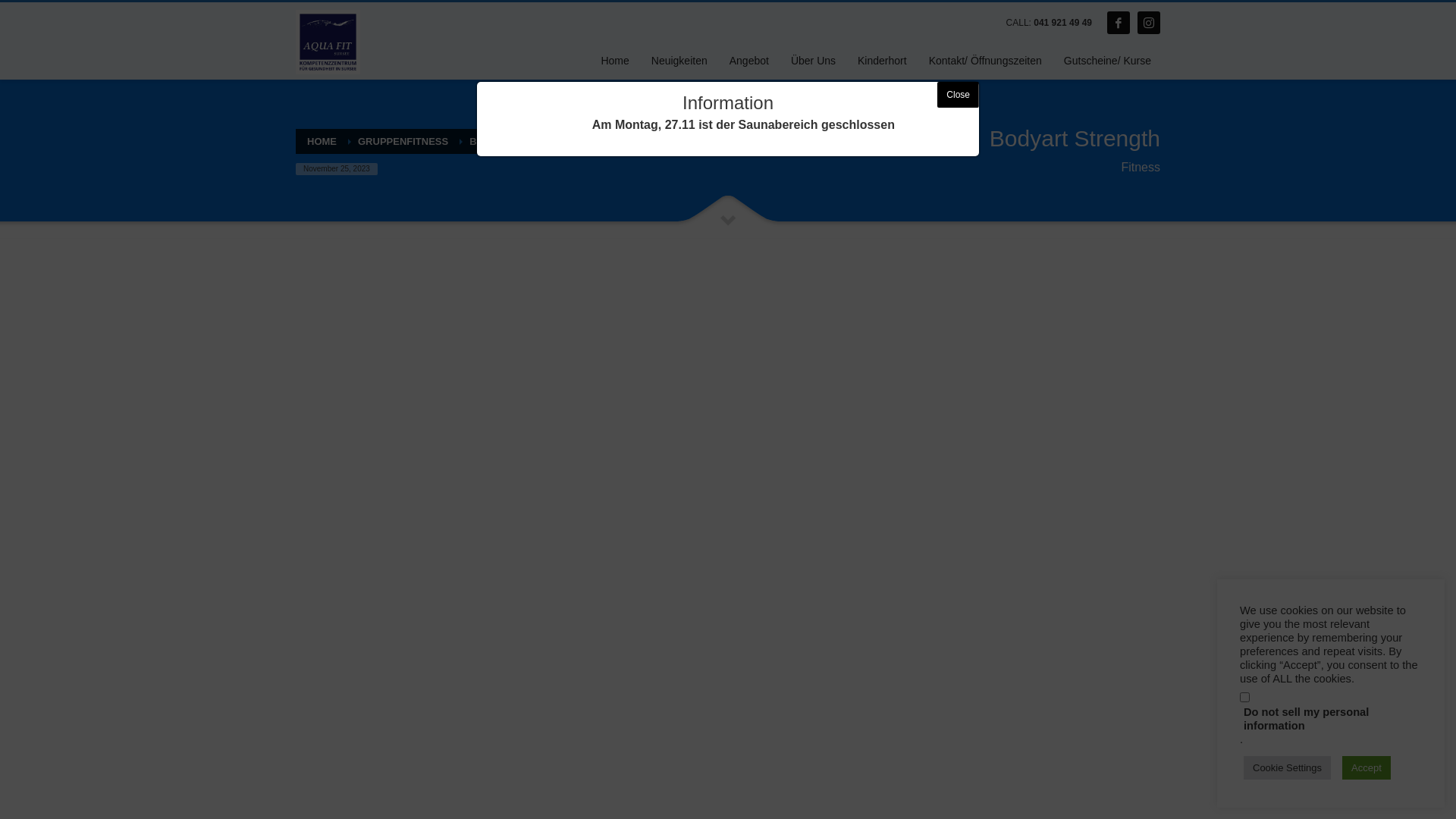  What do you see at coordinates (403, 141) in the screenshot?
I see `'GRUPPENFITNESS'` at bounding box center [403, 141].